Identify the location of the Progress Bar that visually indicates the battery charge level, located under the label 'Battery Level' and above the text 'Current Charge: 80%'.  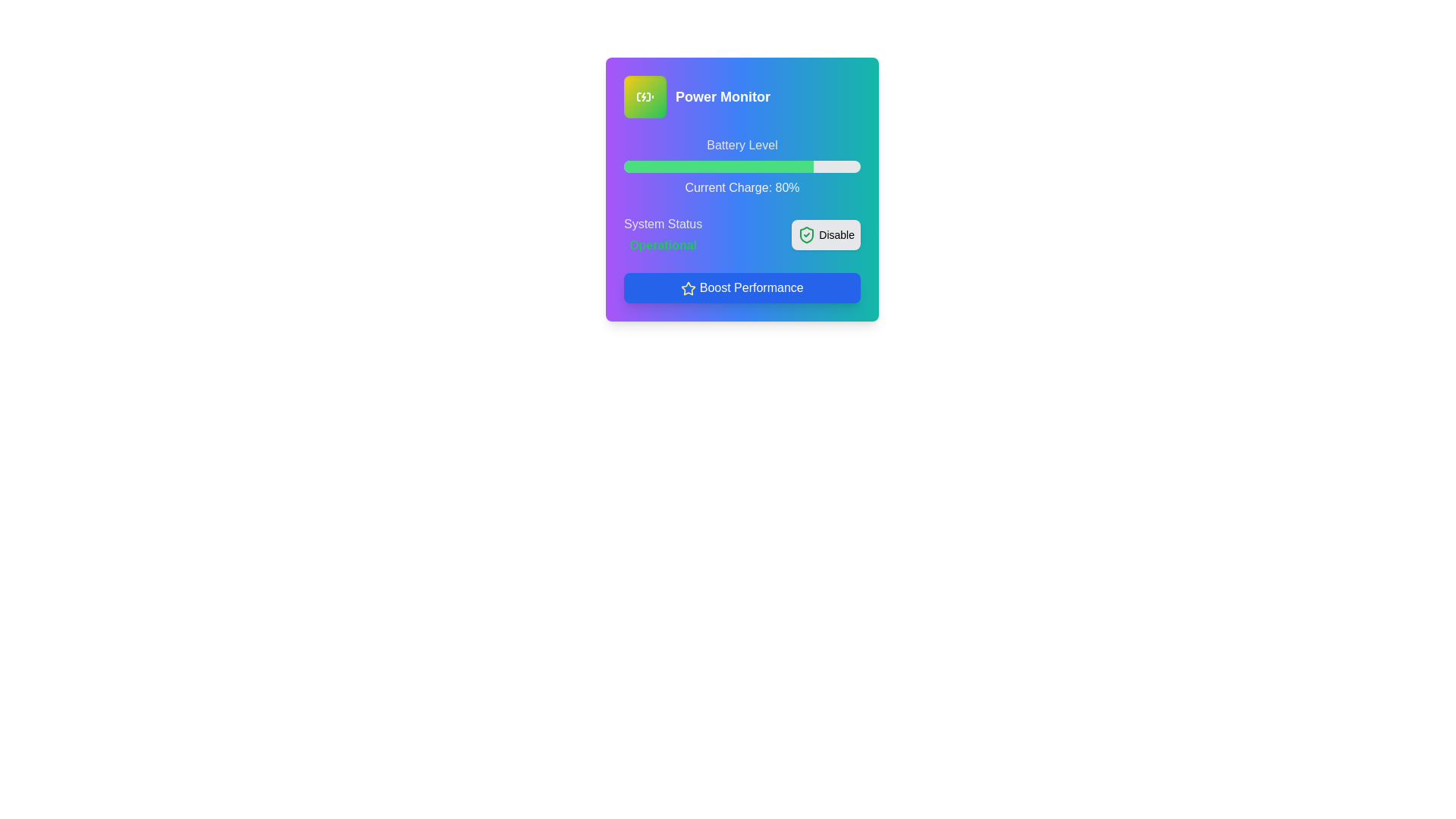
(742, 166).